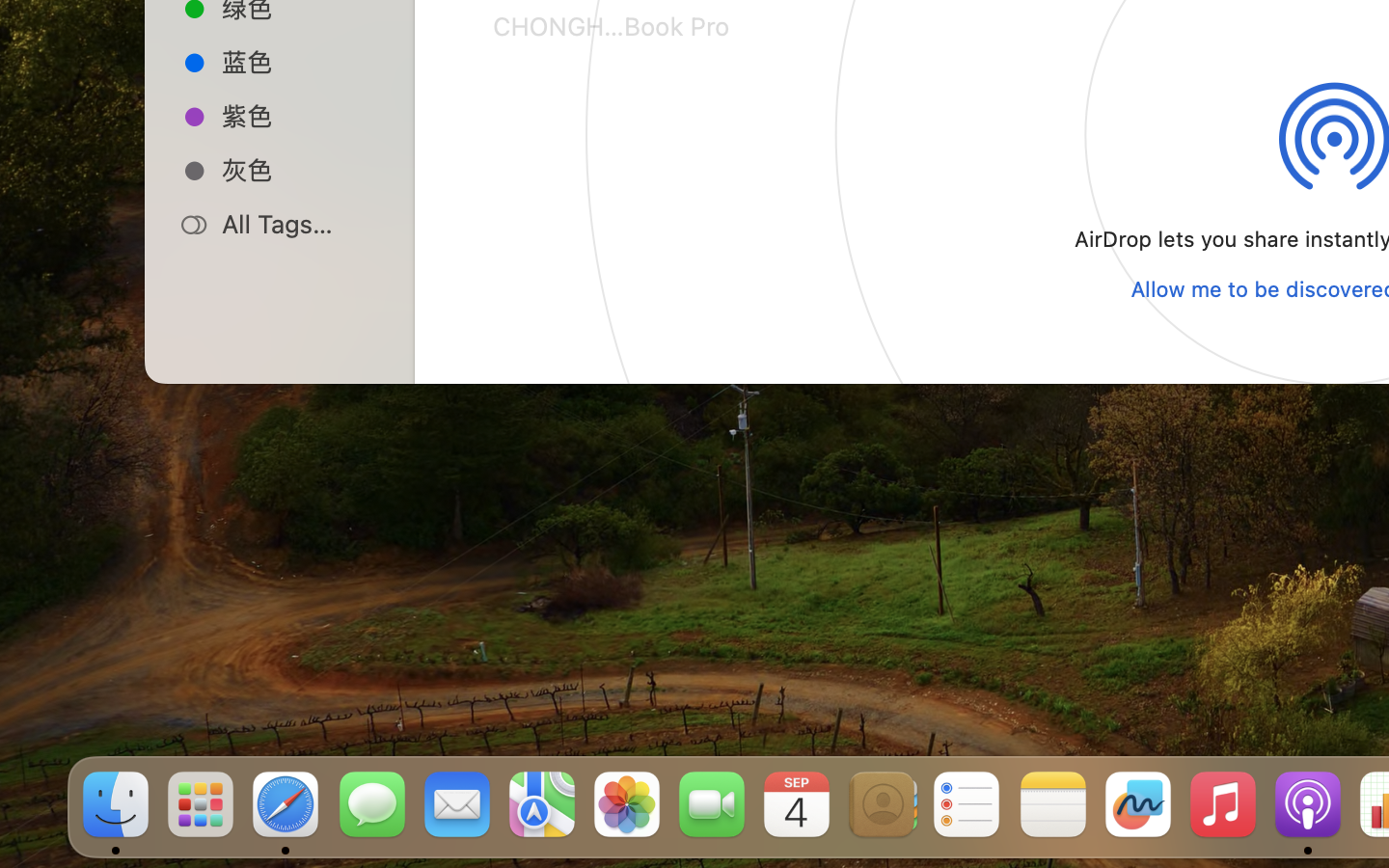 The image size is (1389, 868). I want to click on '紫色', so click(300, 115).